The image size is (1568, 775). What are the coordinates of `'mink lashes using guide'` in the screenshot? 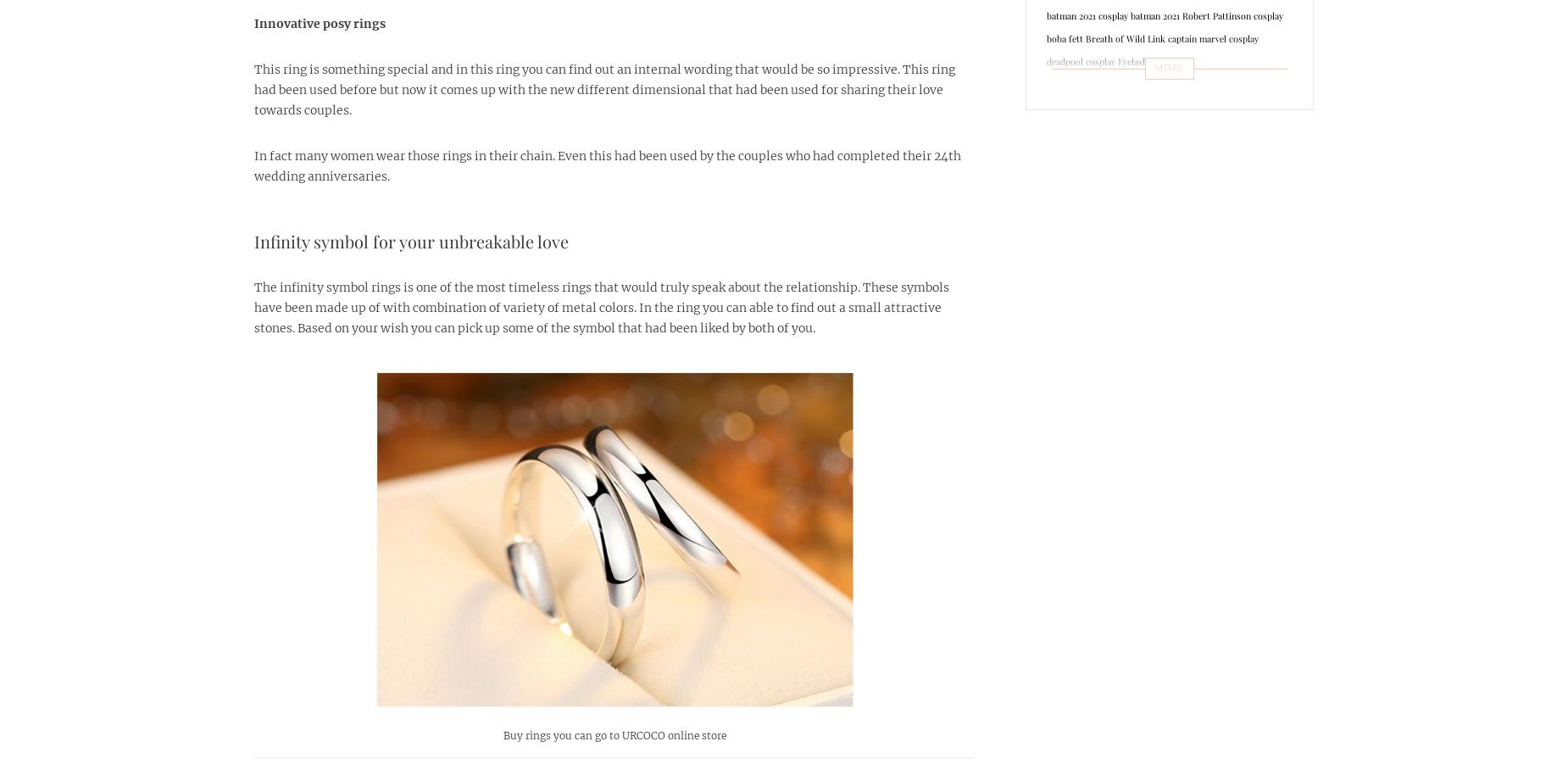 It's located at (1094, 334).